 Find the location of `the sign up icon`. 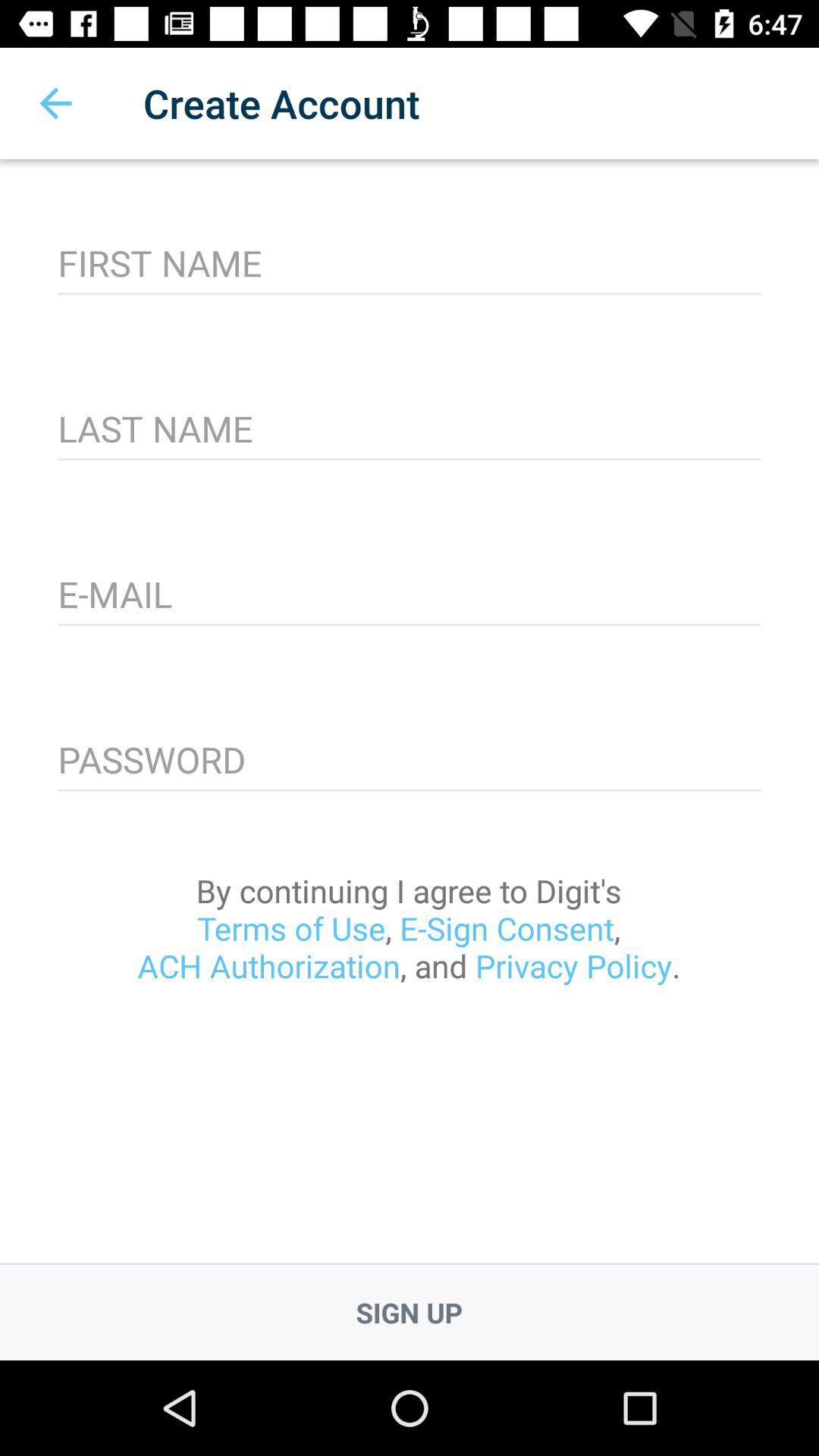

the sign up icon is located at coordinates (409, 1312).